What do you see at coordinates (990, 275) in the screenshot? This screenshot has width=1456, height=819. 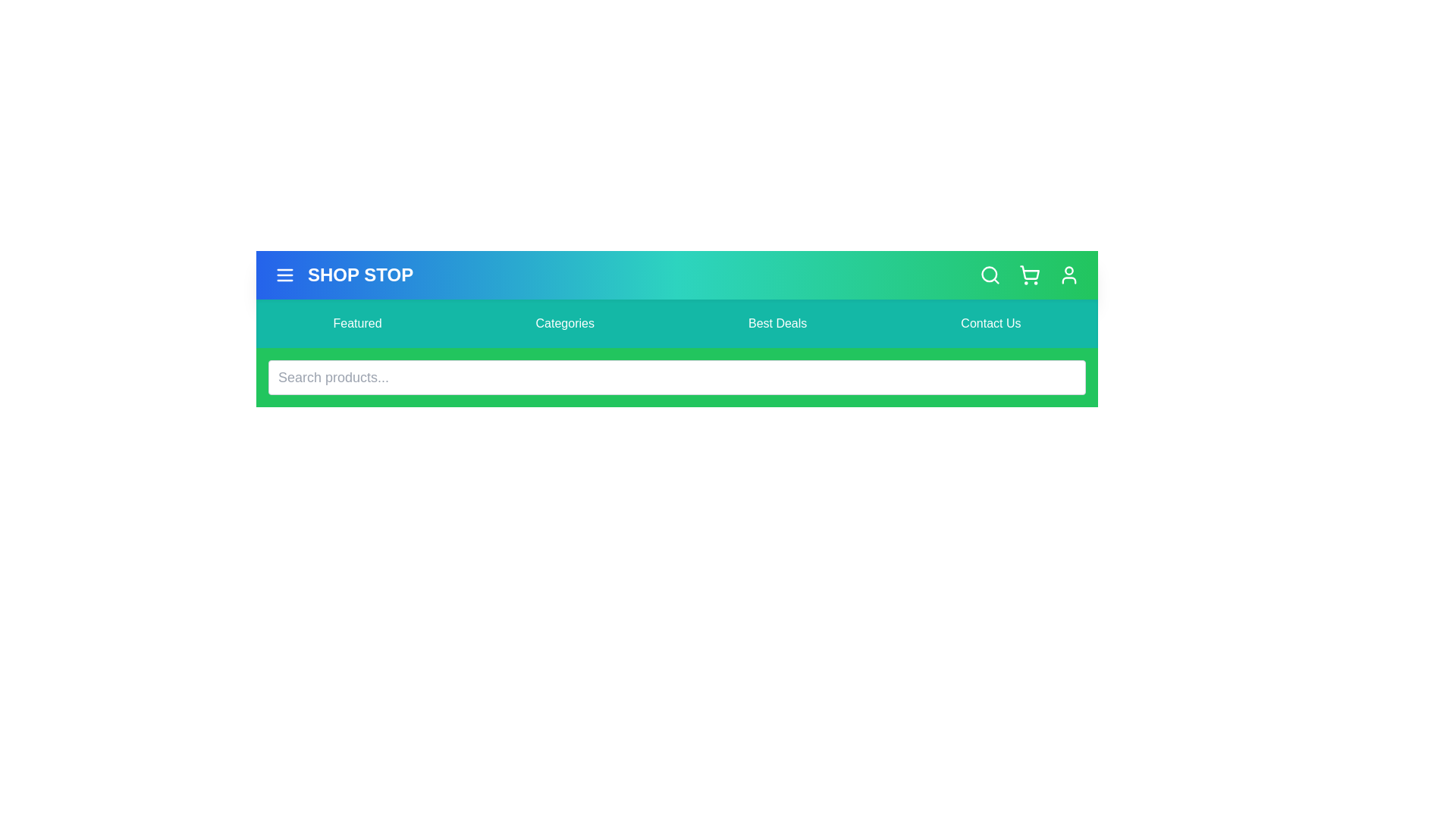 I see `the search icon to toggle the visibility of the search bar` at bounding box center [990, 275].